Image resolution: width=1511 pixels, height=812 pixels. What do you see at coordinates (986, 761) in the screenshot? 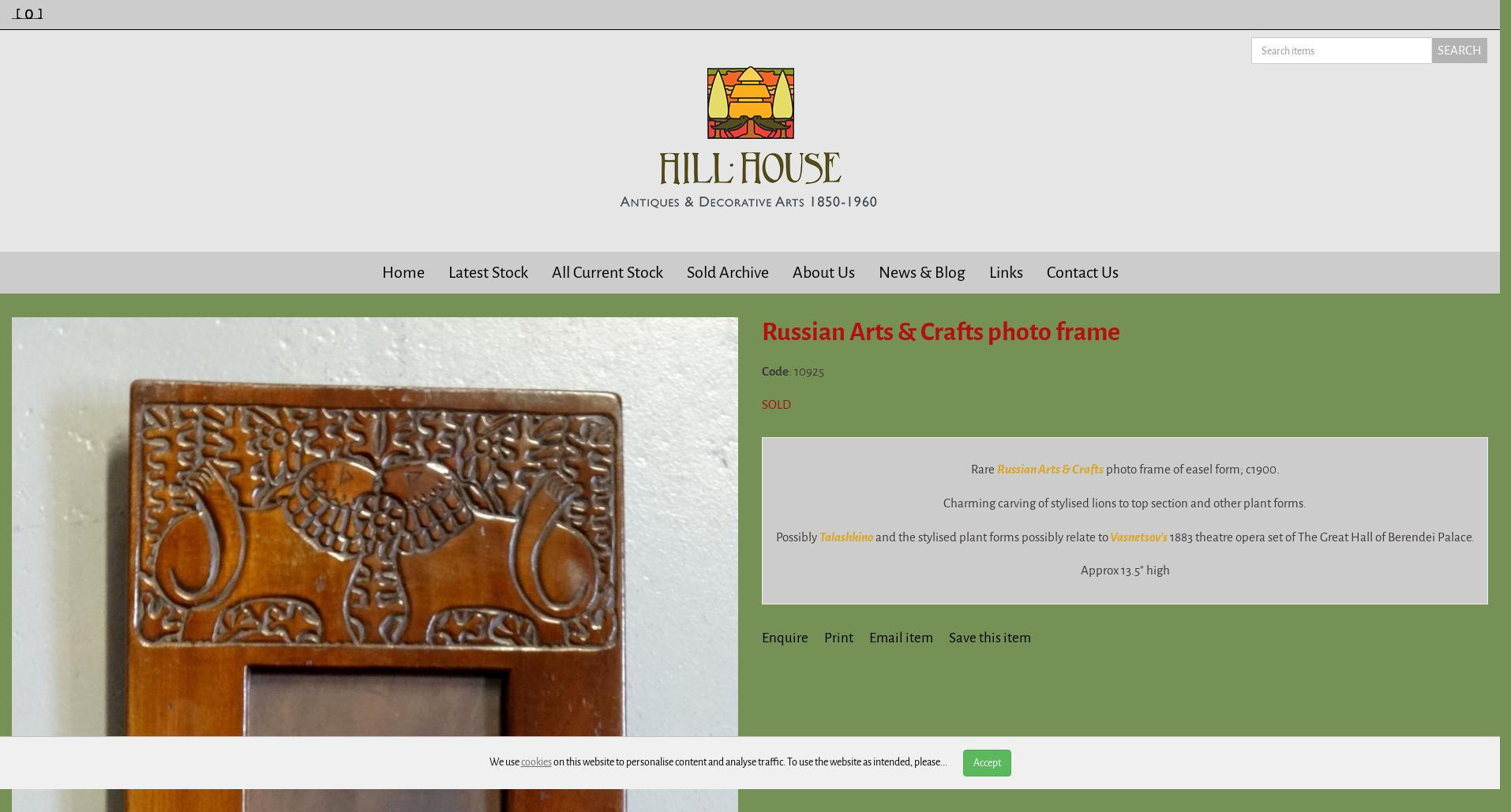
I see `'Accept'` at bounding box center [986, 761].